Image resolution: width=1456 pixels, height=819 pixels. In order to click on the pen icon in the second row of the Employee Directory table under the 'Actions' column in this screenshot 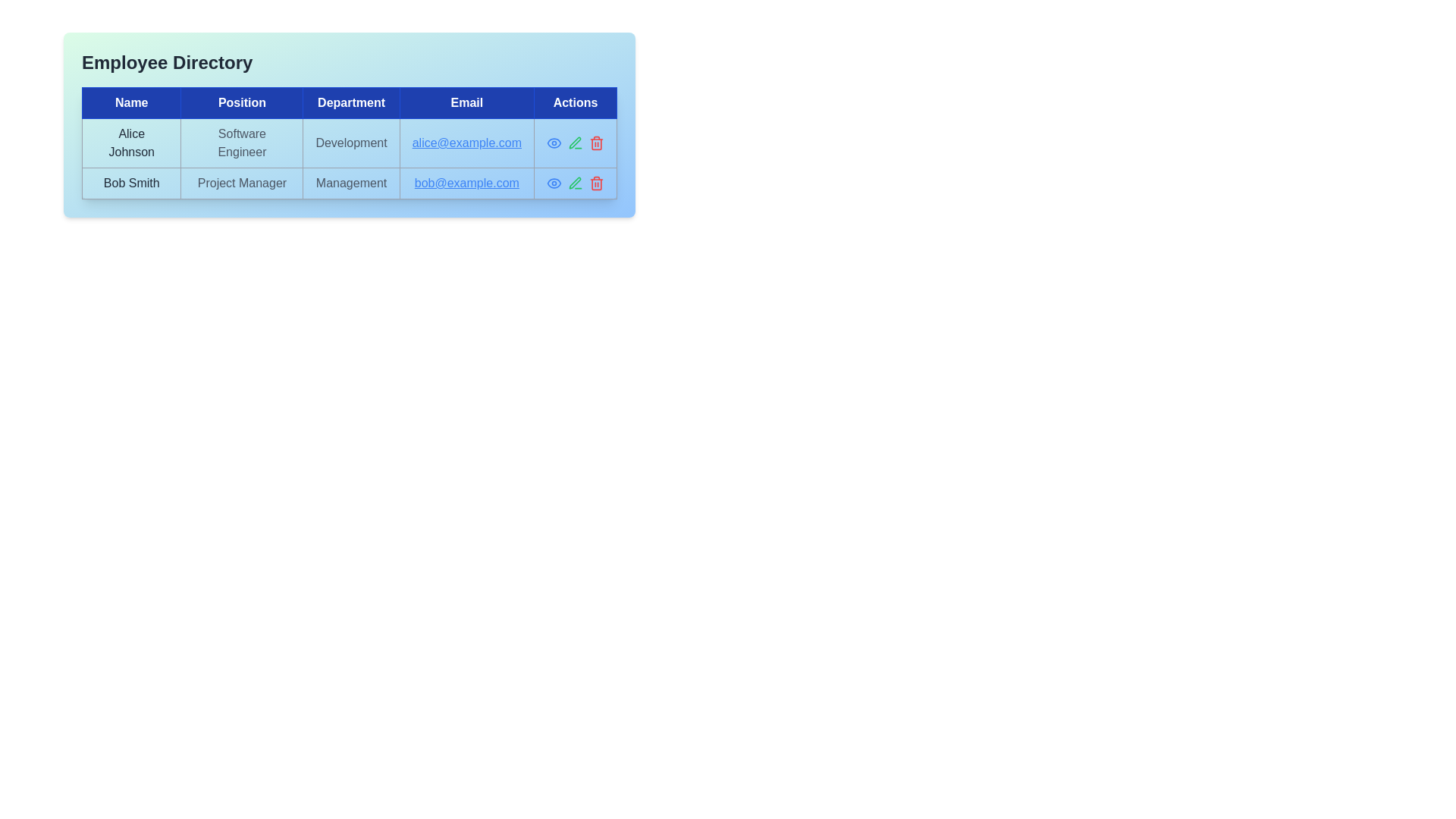, I will do `click(574, 183)`.